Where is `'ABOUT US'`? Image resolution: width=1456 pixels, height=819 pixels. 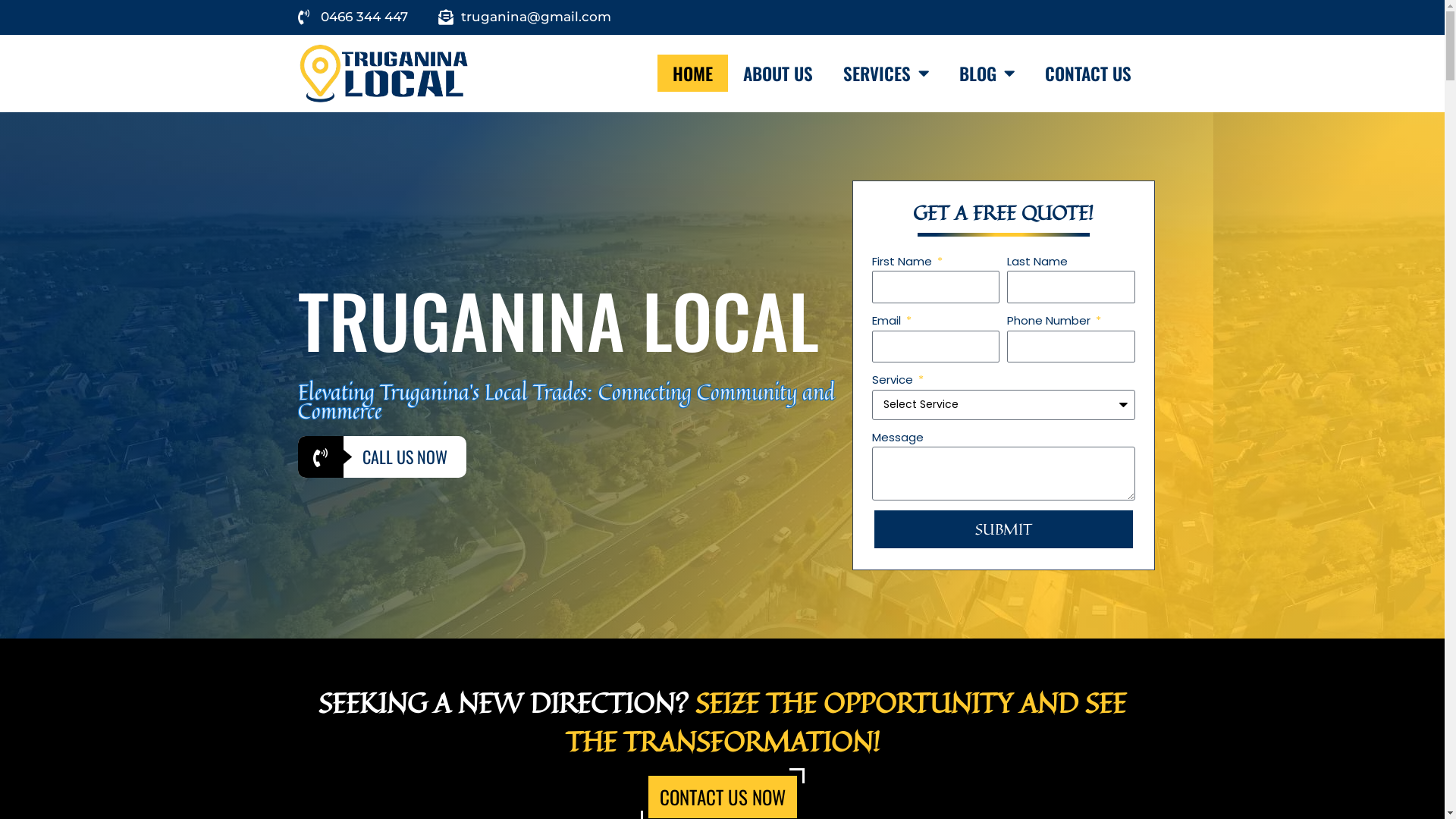
'ABOUT US' is located at coordinates (728, 73).